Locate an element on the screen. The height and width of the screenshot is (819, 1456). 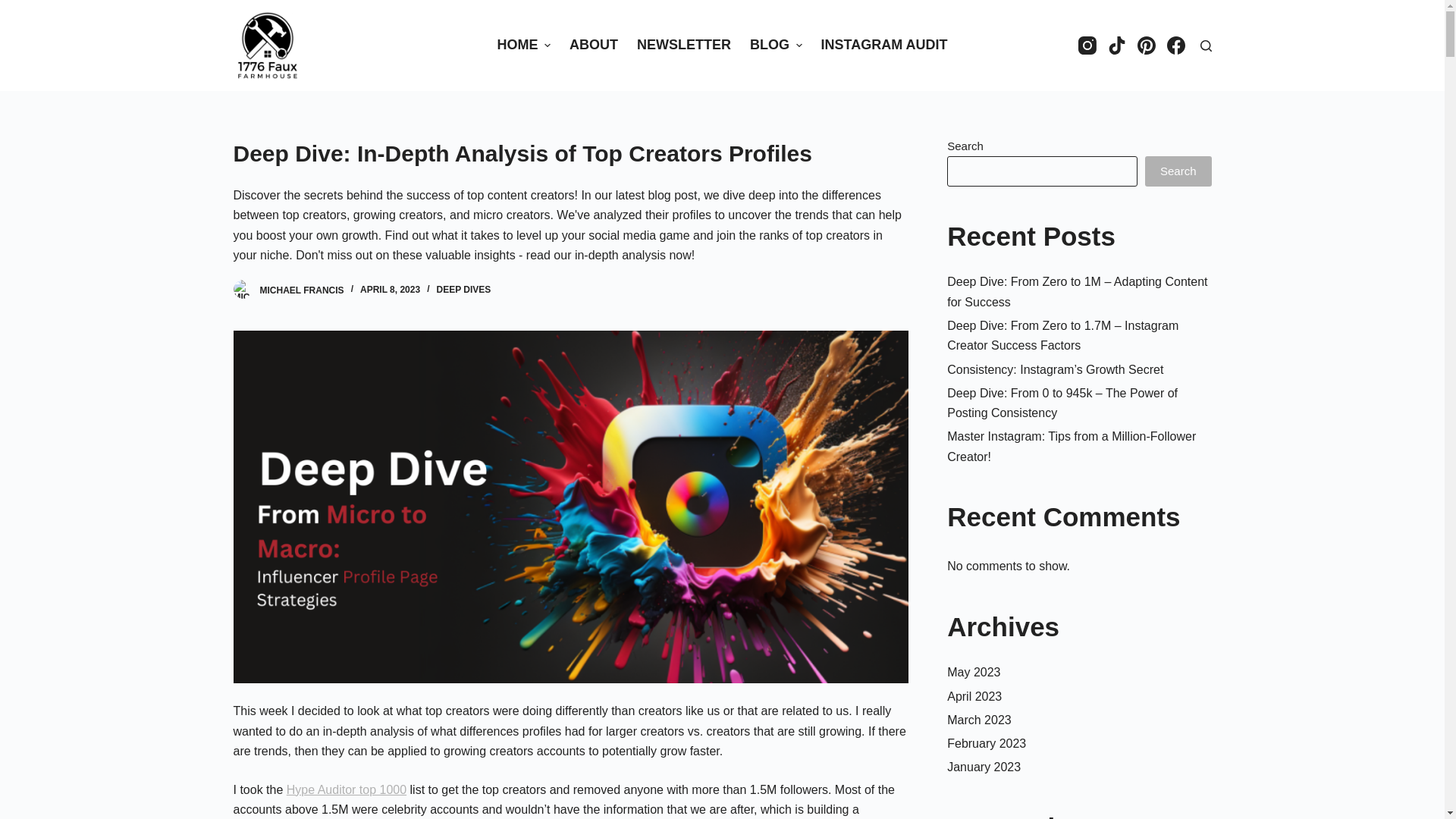
'Hype Auditor top 1000' is located at coordinates (345, 789).